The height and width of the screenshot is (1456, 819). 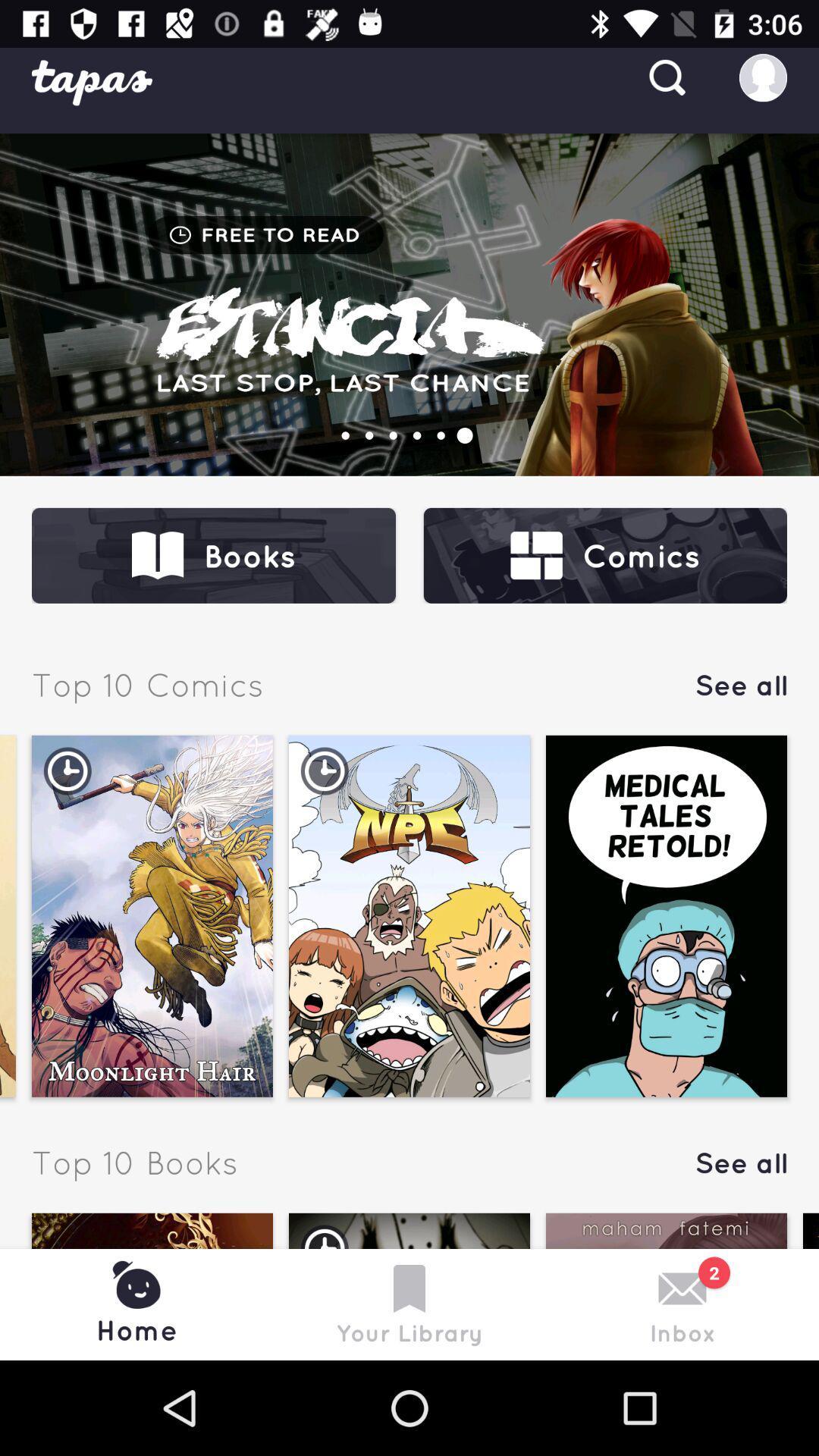 I want to click on the option which is beside your library, so click(x=666, y=1286).